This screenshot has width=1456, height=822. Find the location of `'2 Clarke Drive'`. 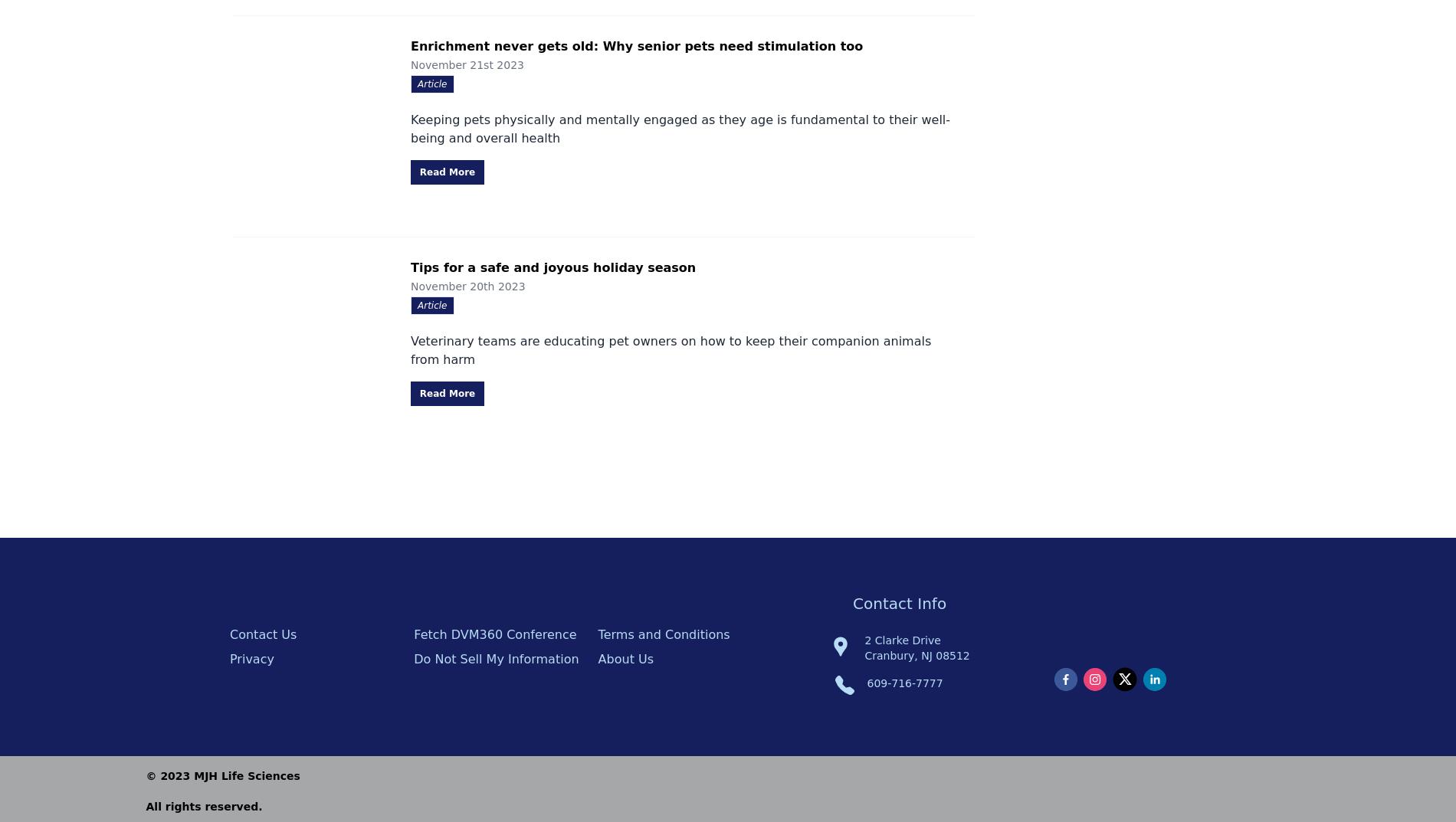

'2 Clarke Drive' is located at coordinates (864, 639).